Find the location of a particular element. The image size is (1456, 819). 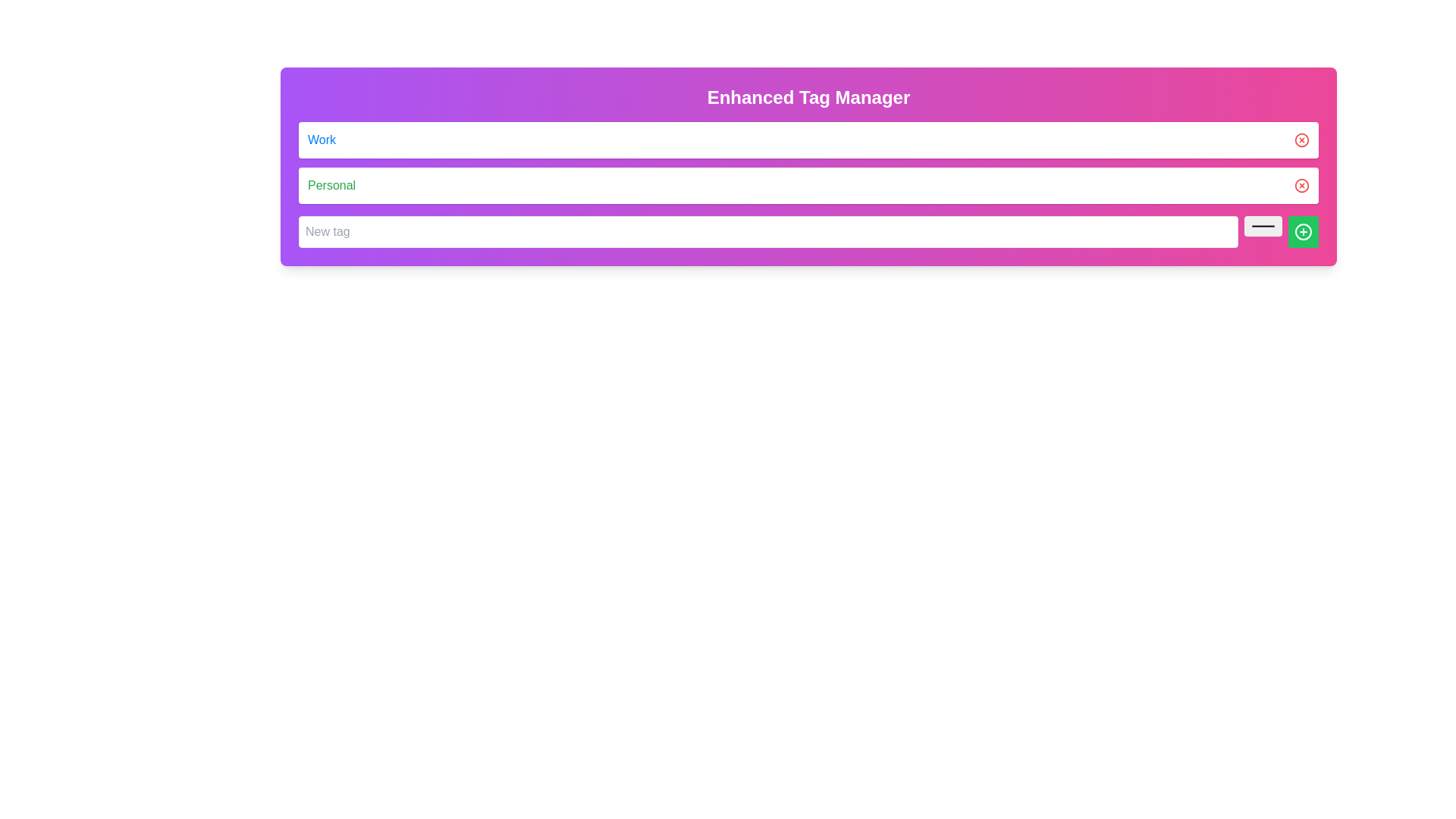

the button that adds or inserts a new item, located to the far right of the controls, adjacent to a color picker input field, to observe any visual feedback effects is located at coordinates (1302, 231).